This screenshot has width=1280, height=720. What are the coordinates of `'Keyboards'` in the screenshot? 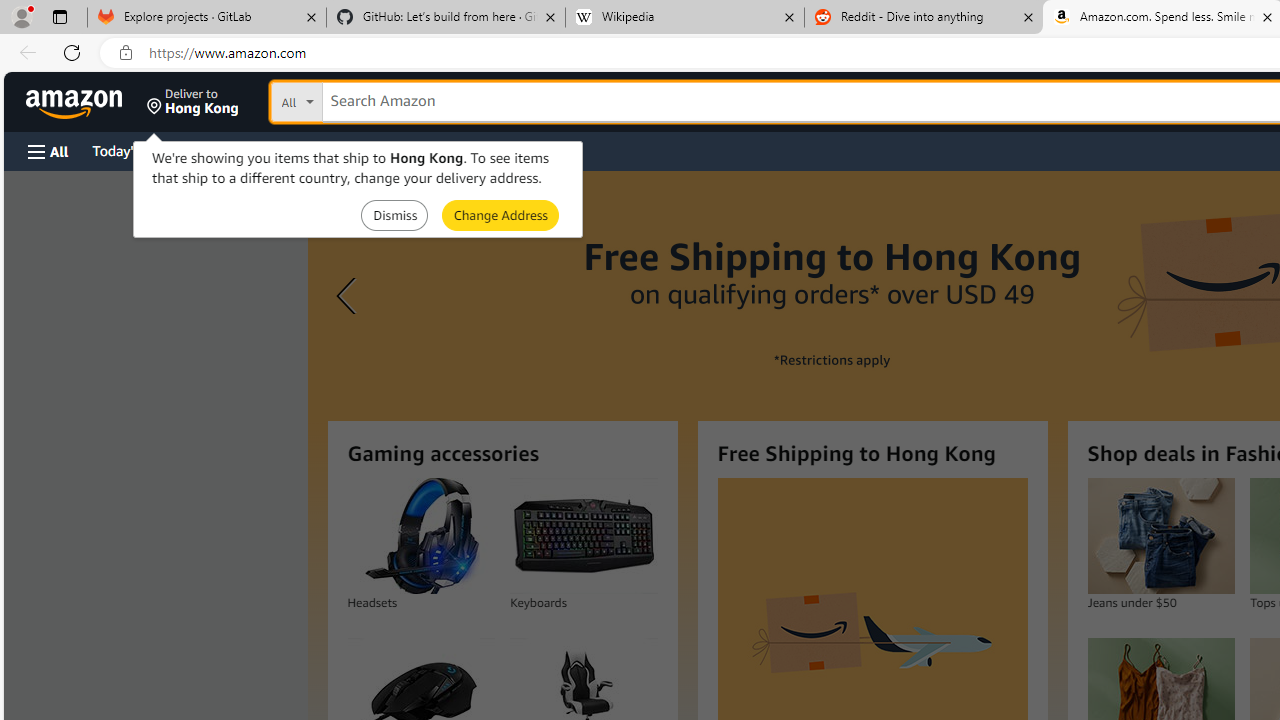 It's located at (583, 535).